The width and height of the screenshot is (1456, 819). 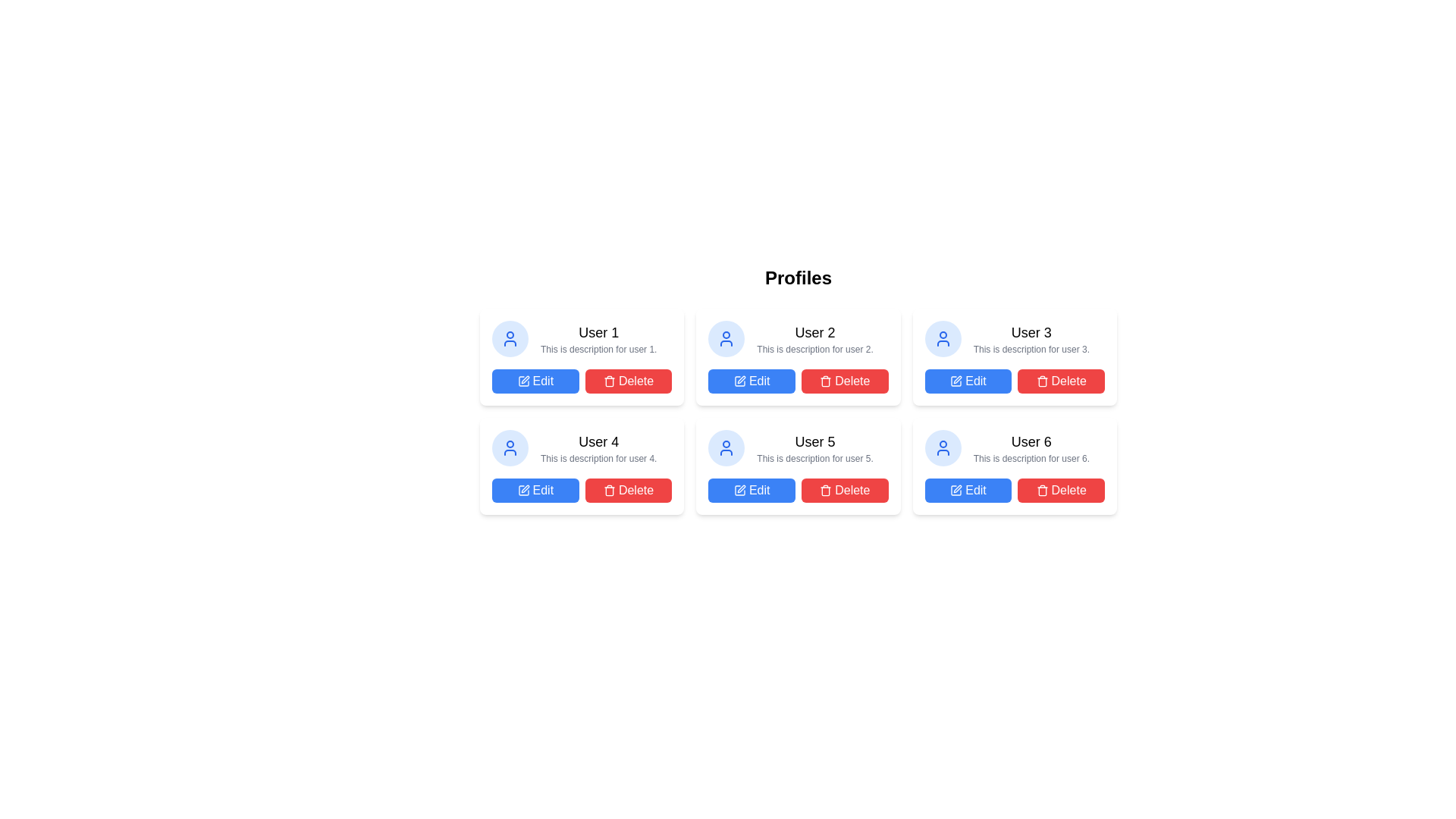 What do you see at coordinates (726, 338) in the screenshot?
I see `the user icon for 'User 2', which is a blue circular outline with a smaller head and shoulders in a light blue background, located at the top row and second column of the profiles grid` at bounding box center [726, 338].